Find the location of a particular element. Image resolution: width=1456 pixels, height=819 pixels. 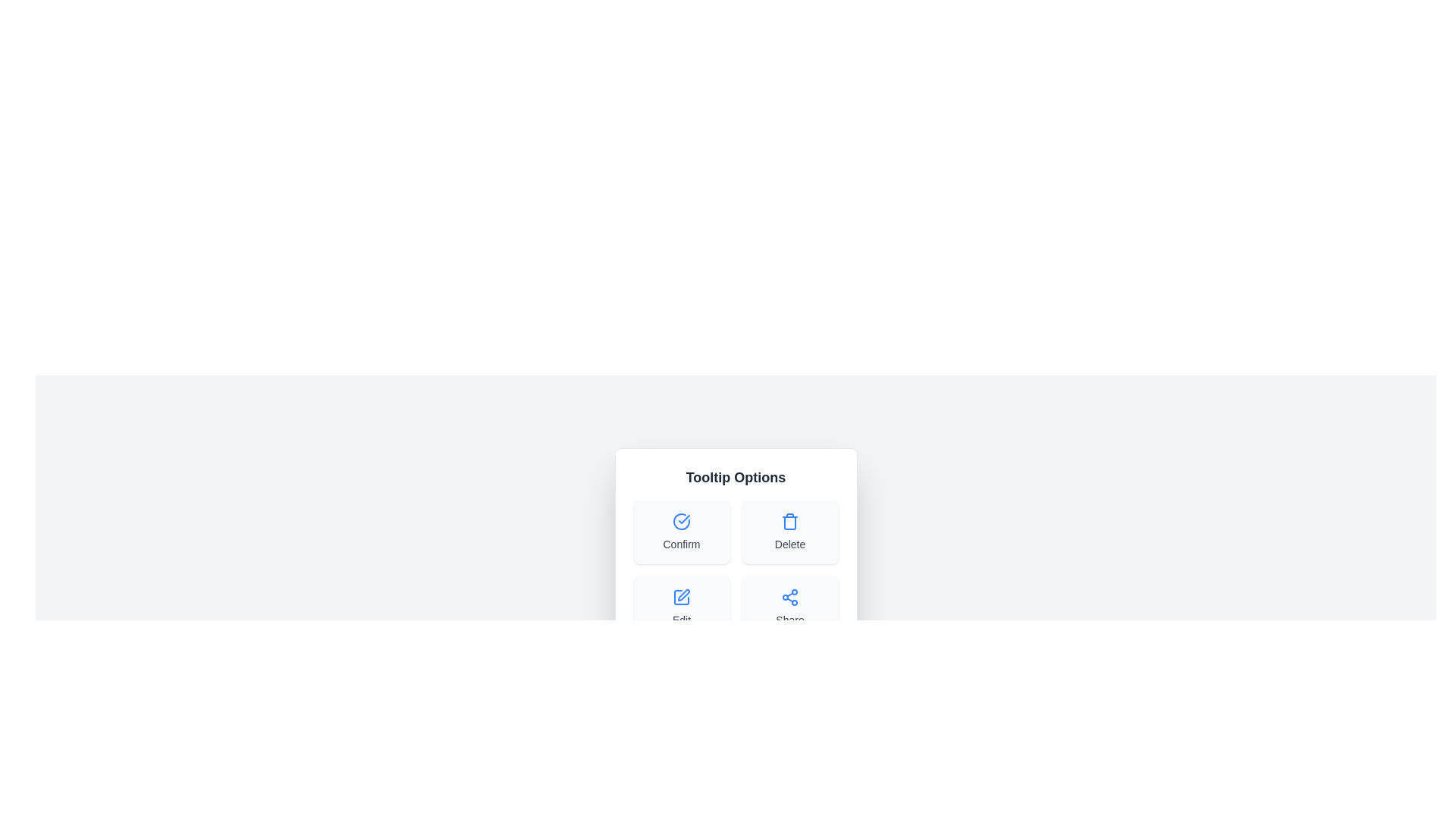

the button located at the bottom-right of the grid layout is located at coordinates (789, 607).